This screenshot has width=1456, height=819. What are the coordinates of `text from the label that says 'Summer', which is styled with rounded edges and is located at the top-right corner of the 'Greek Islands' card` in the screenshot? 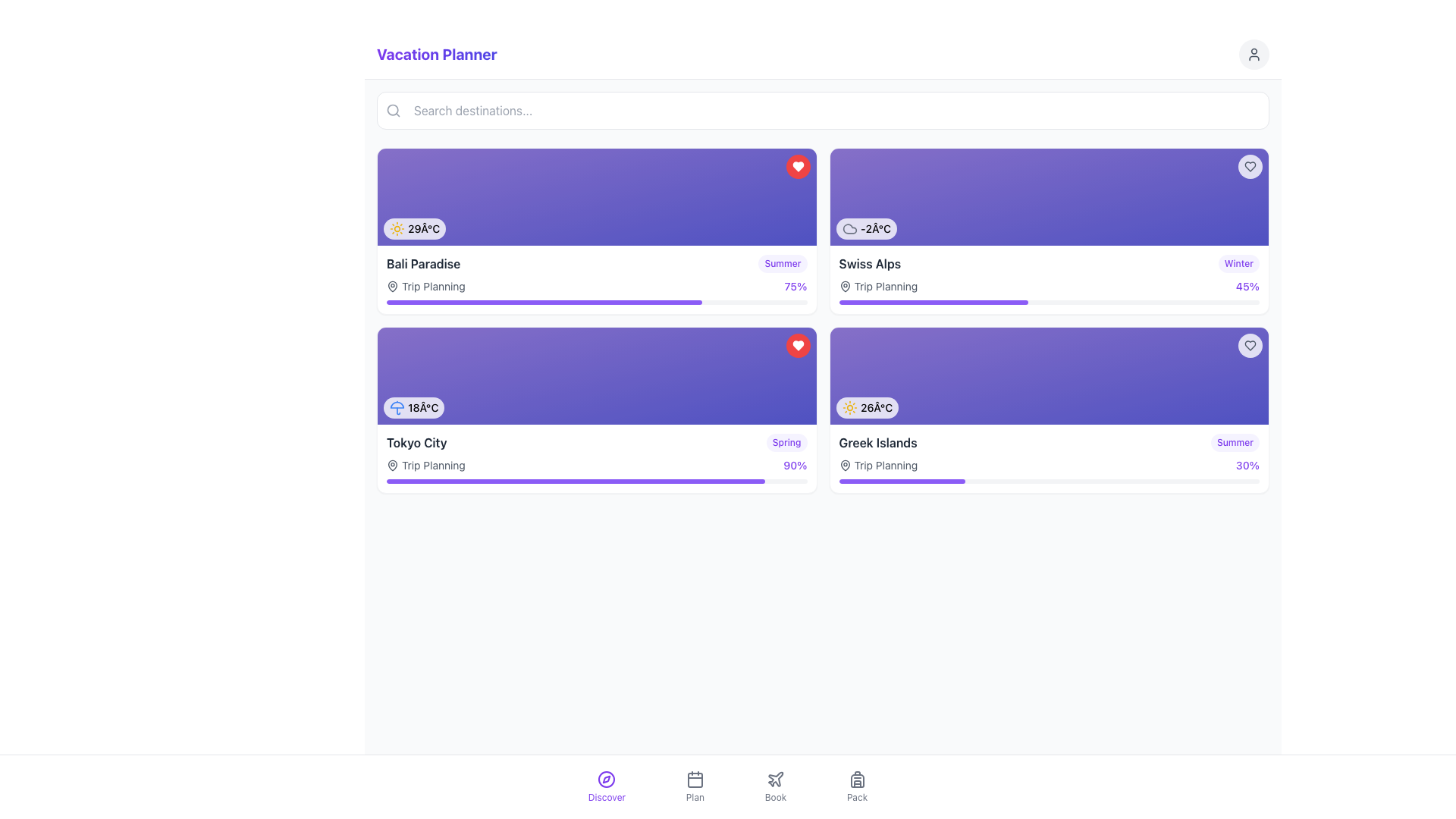 It's located at (1235, 442).